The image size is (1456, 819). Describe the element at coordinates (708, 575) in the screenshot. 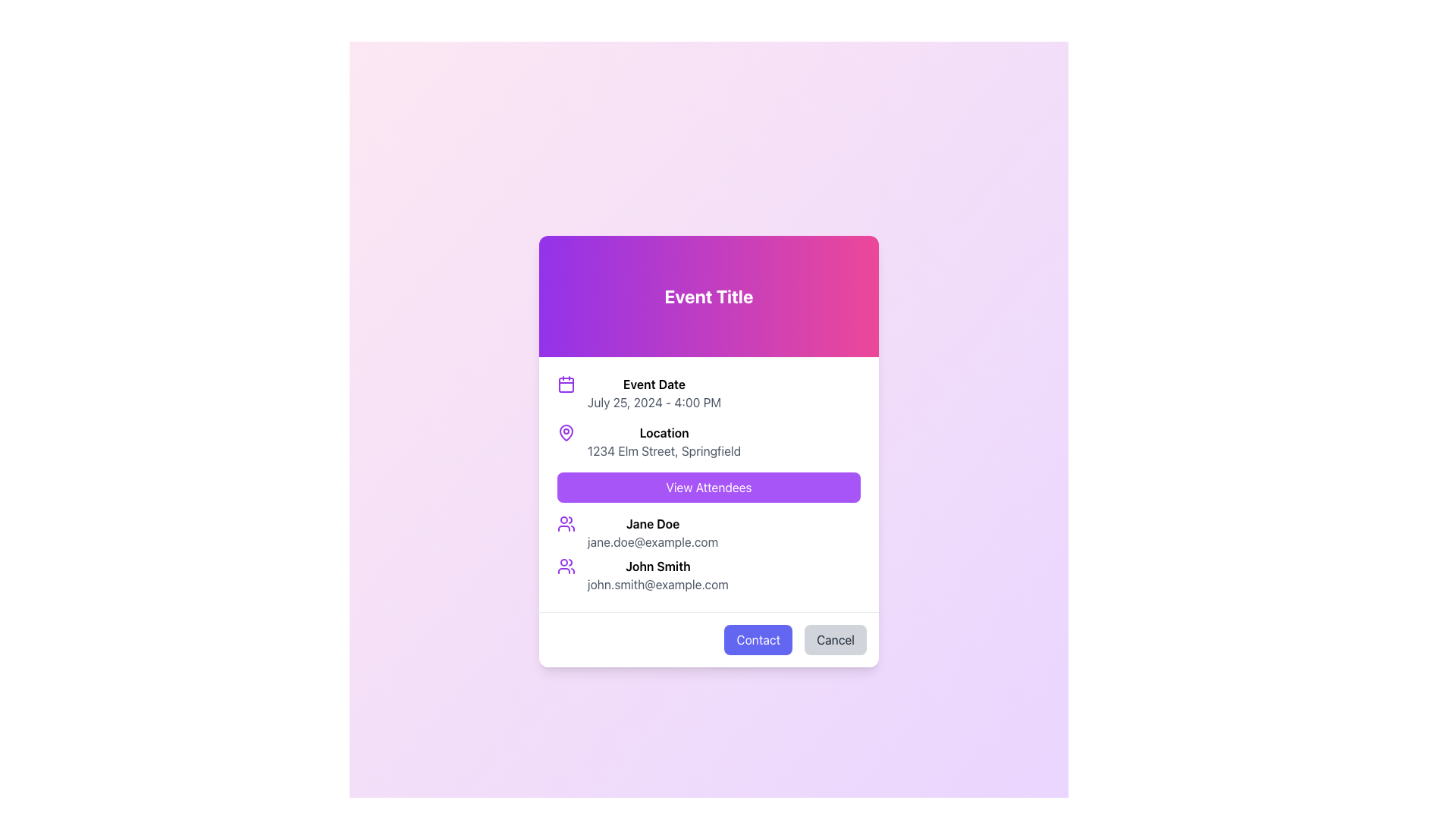

I see `the profile icon of the Information block for 'John Smith'` at that location.